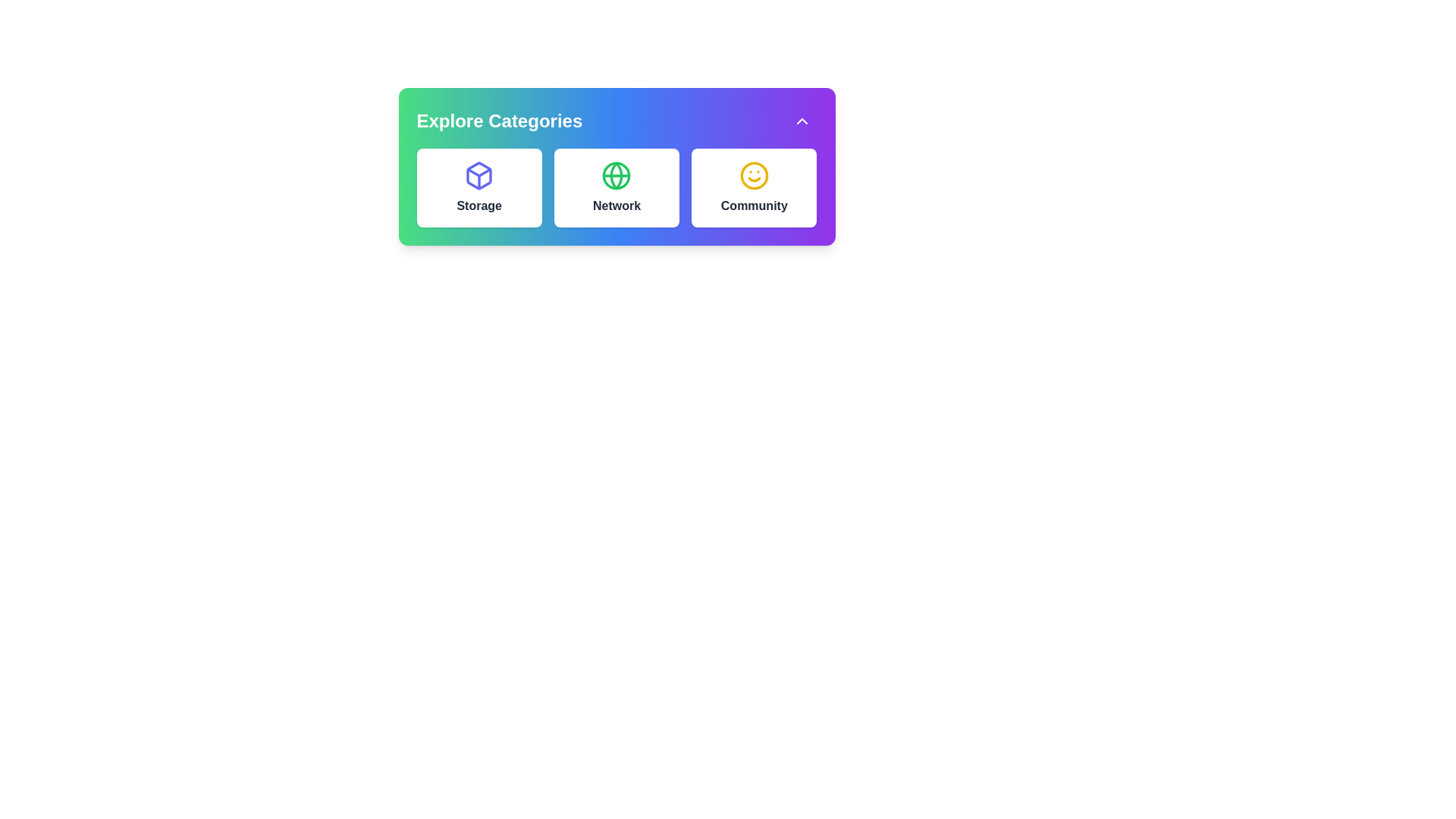 This screenshot has height=819, width=1456. I want to click on the 'Storage' category icon, which is embedded within the leftmost button under the 'Explore Categories' heading, so click(479, 174).